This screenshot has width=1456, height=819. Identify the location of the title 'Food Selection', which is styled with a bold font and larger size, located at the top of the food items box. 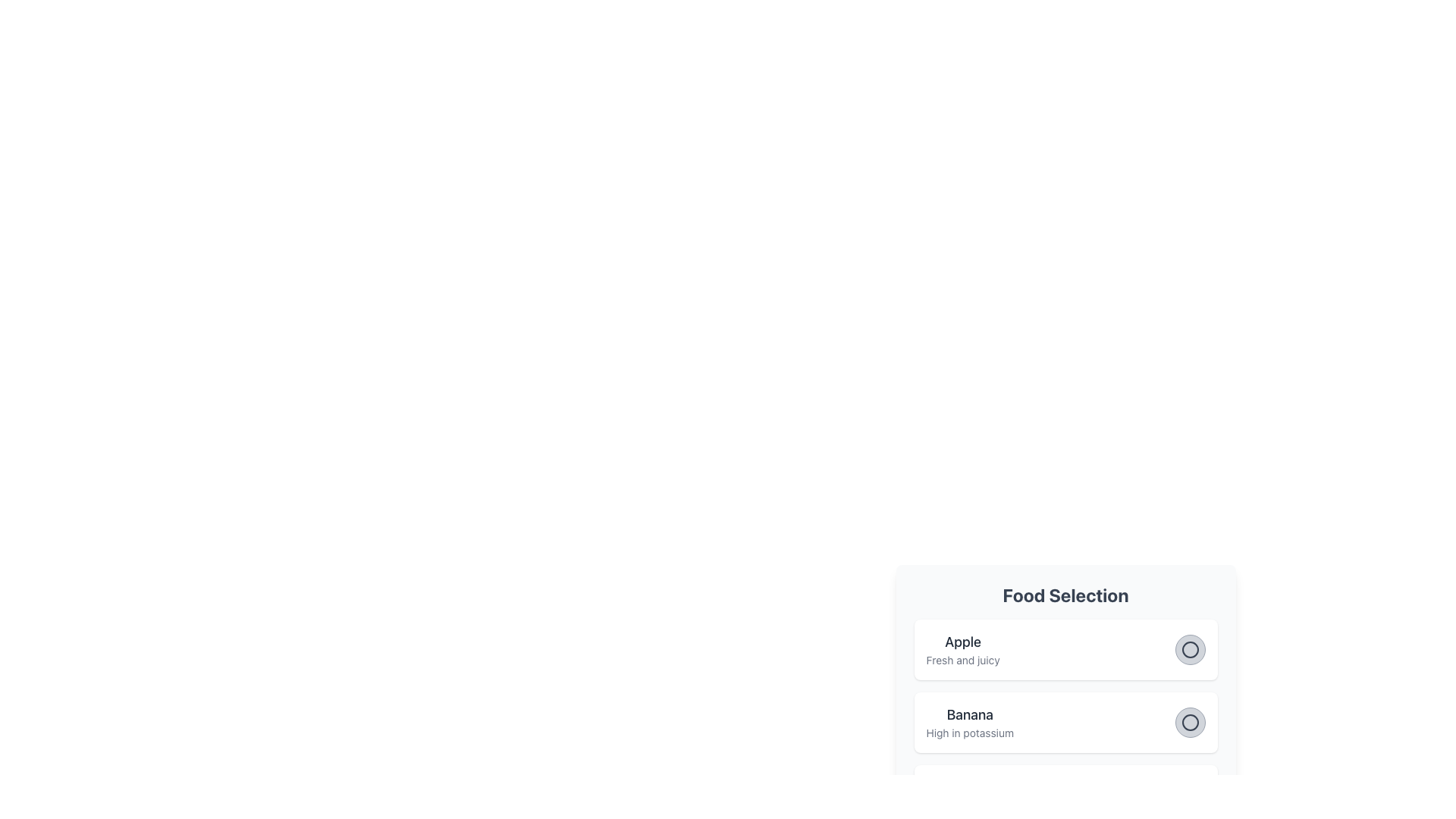
(1065, 595).